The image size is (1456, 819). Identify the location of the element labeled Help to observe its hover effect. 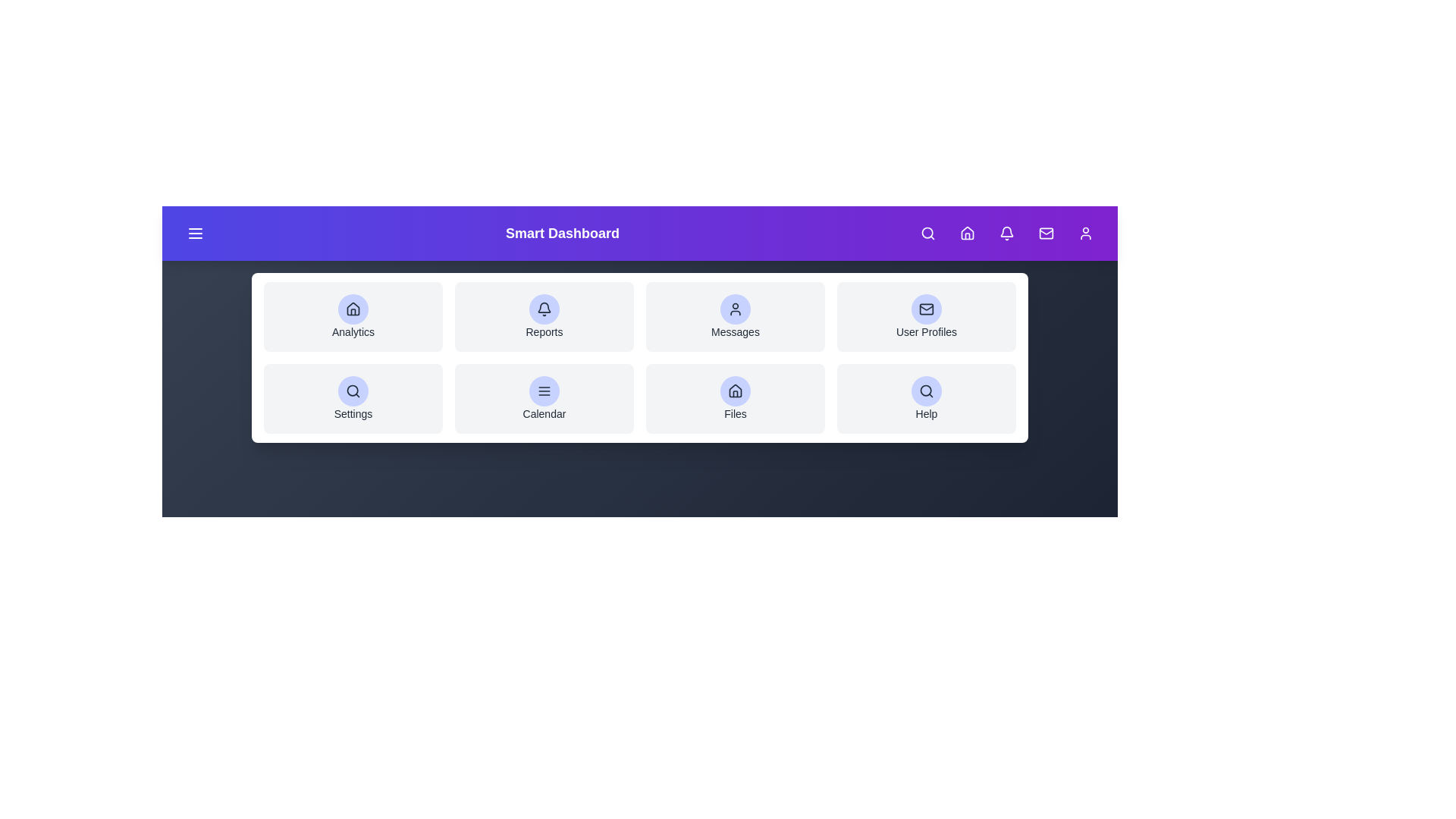
(926, 397).